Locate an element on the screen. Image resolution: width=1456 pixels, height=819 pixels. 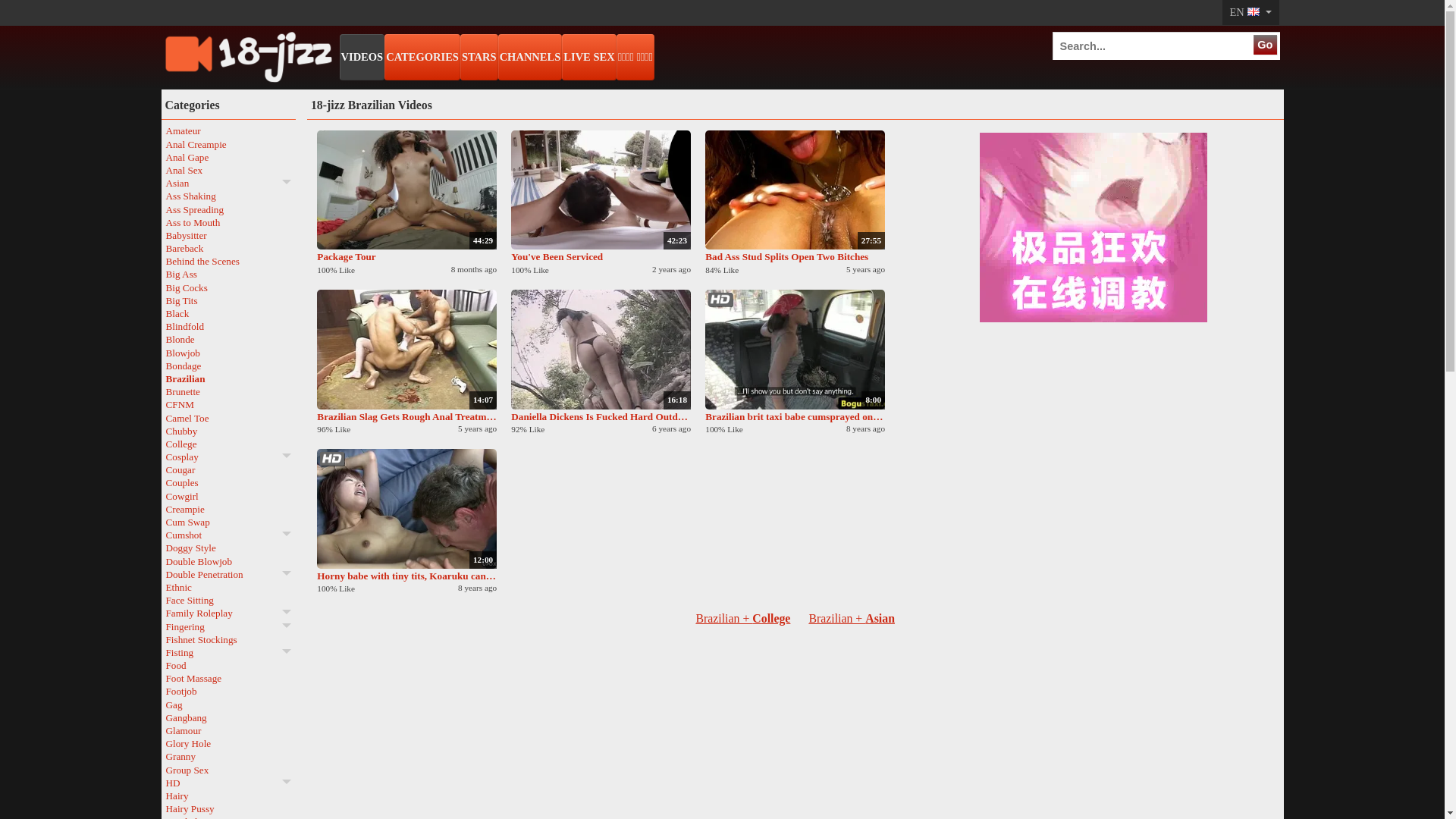
'CHANNELS' is located at coordinates (530, 56).